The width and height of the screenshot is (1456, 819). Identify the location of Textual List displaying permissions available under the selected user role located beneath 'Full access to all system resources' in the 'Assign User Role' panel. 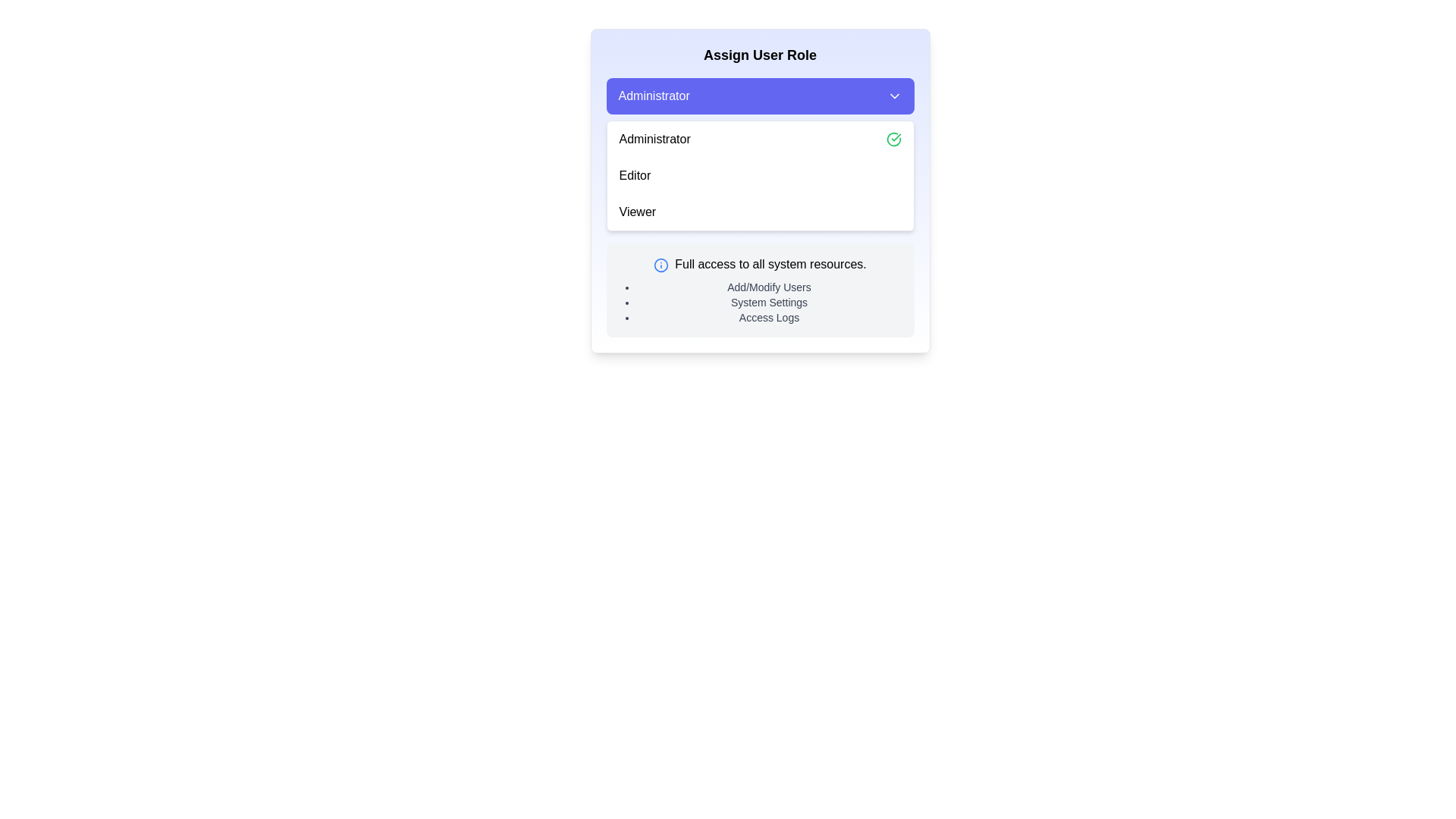
(769, 302).